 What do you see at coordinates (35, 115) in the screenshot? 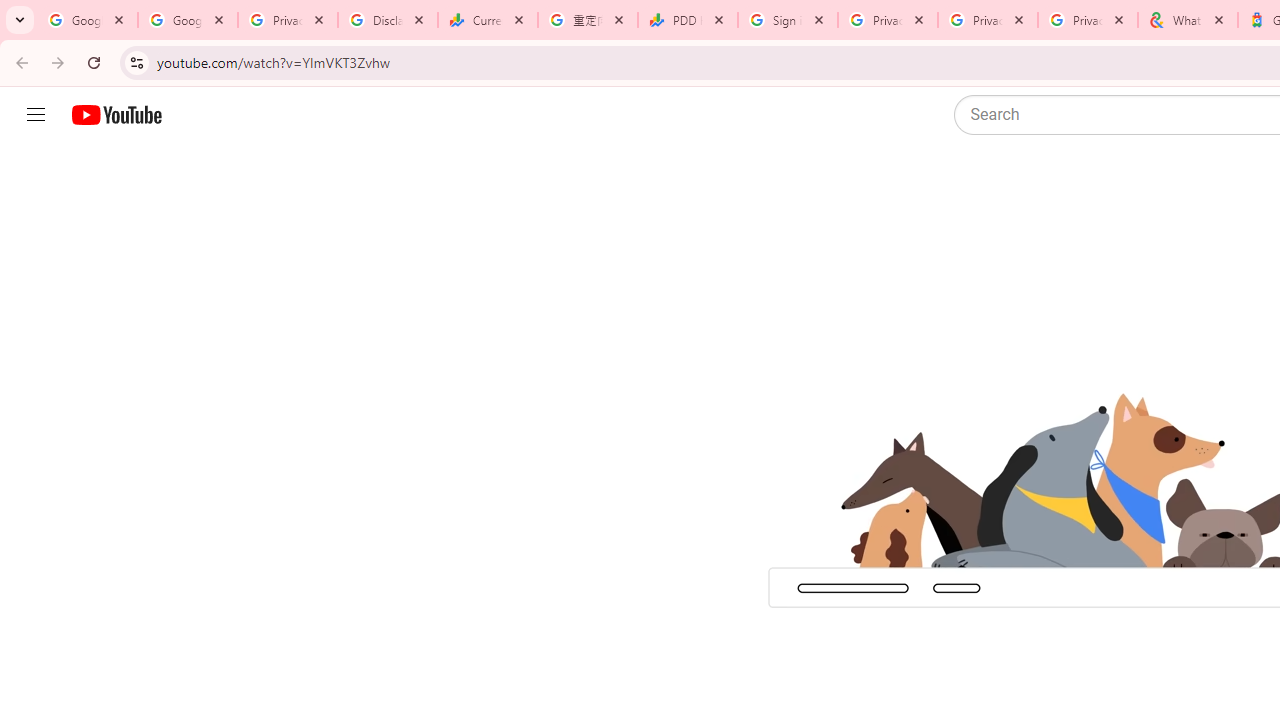
I see `'Guide'` at bounding box center [35, 115].